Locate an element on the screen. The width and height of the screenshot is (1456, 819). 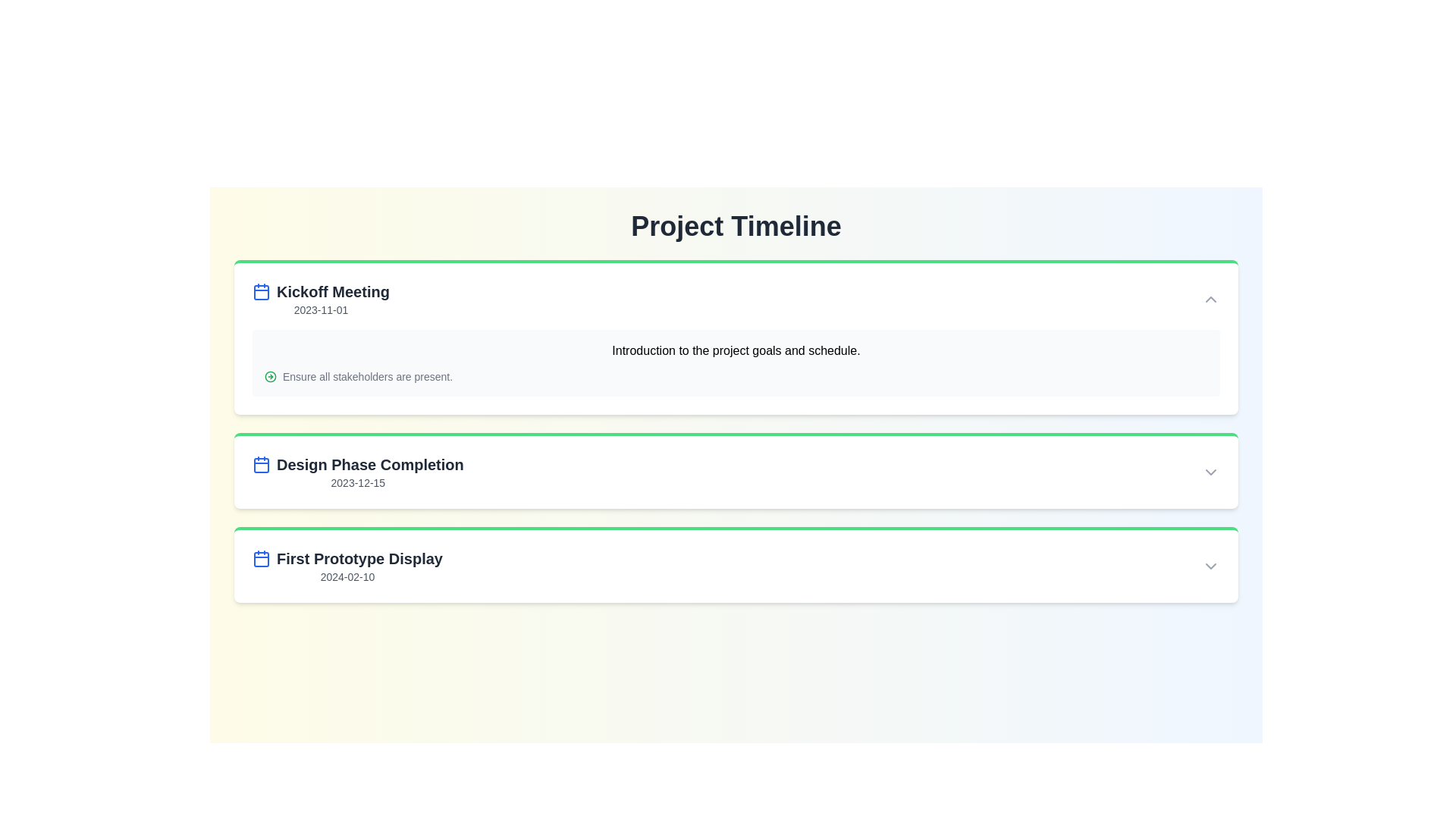
the dropdown toggle button on the far right of the row displaying 'First Prototype Display 2024-02-10' is located at coordinates (1210, 566).